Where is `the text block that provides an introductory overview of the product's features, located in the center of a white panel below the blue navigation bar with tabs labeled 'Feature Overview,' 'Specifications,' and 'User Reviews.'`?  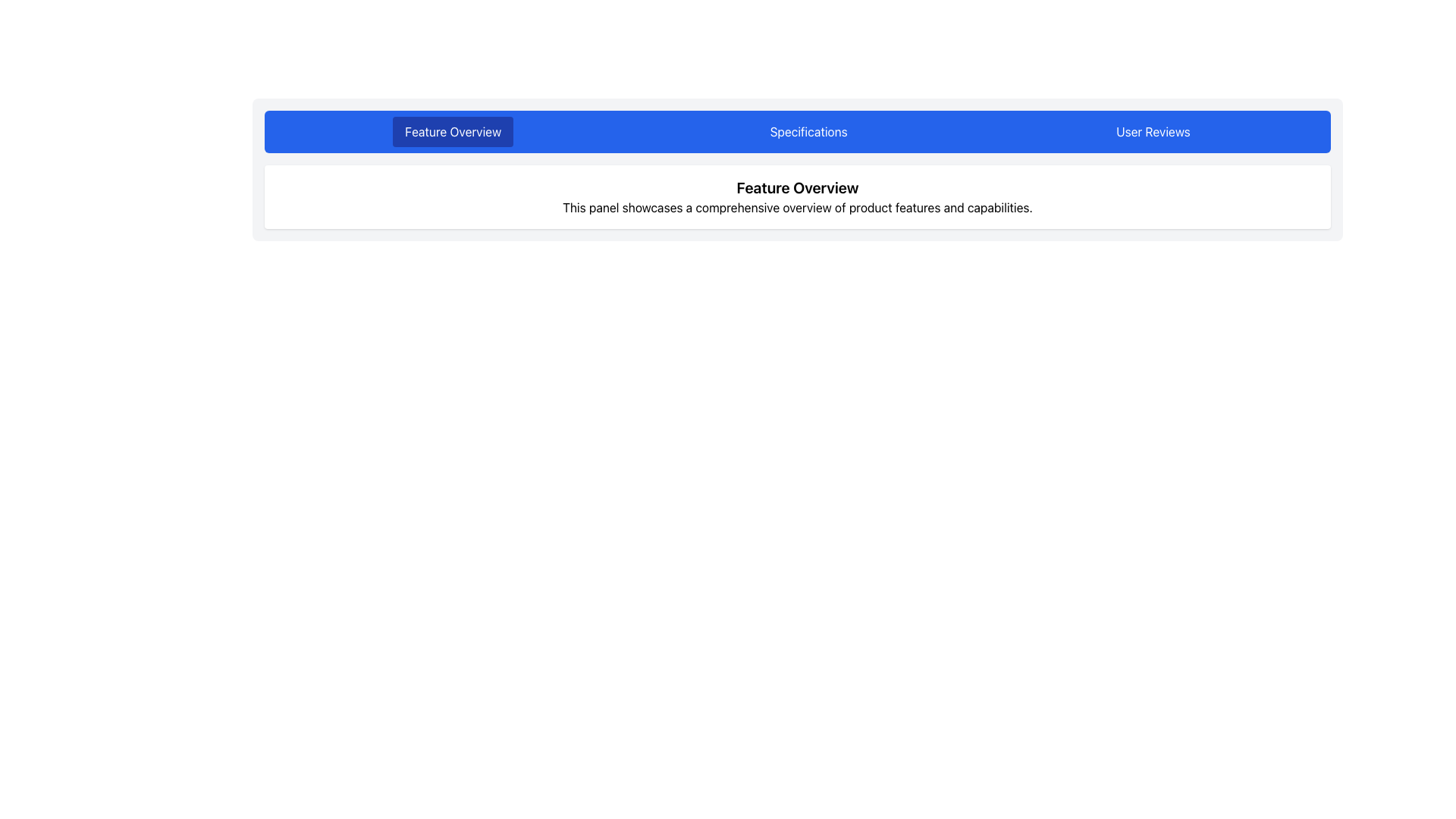
the text block that provides an introductory overview of the product's features, located in the center of a white panel below the blue navigation bar with tabs labeled 'Feature Overview,' 'Specifications,' and 'User Reviews.' is located at coordinates (796, 196).